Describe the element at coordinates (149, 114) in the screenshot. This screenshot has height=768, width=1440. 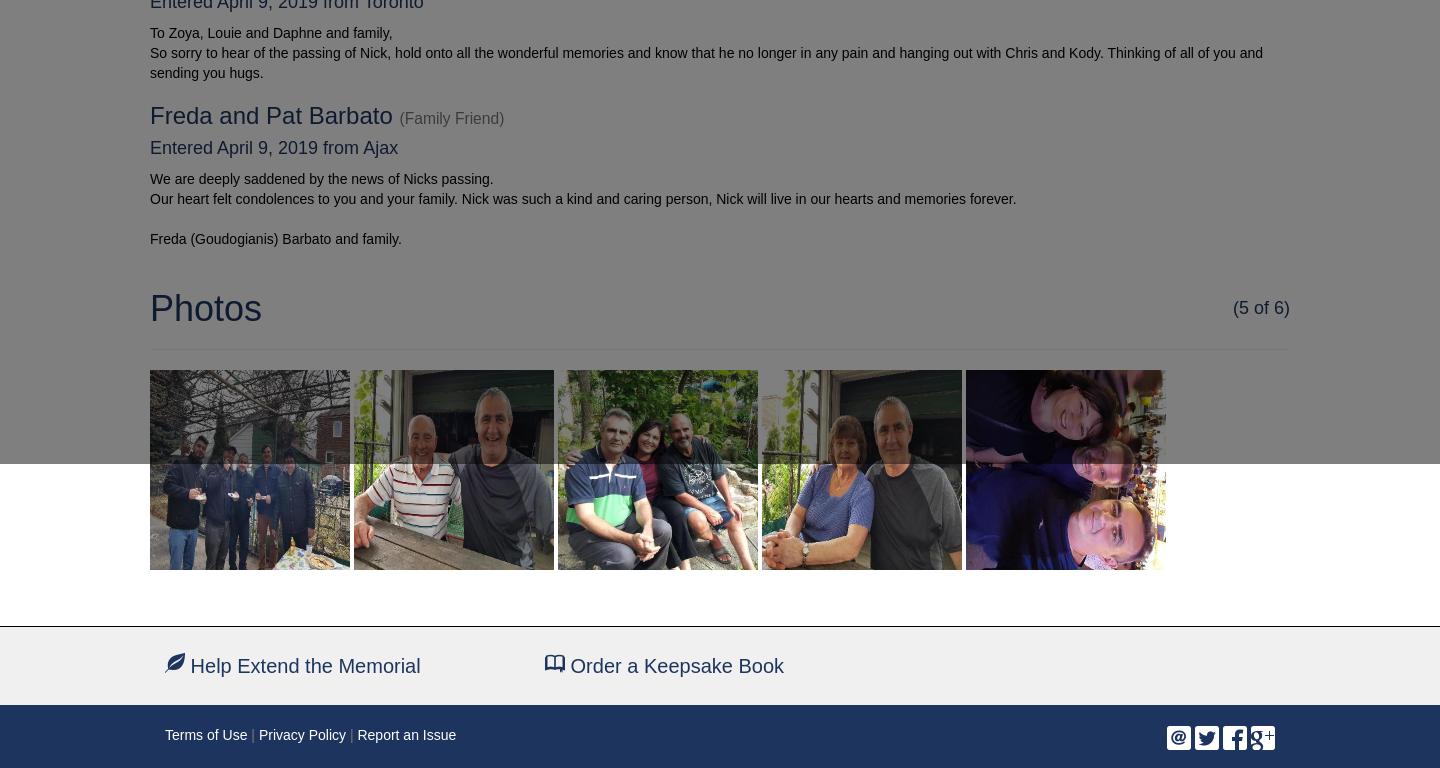
I see `'Freda and Pat Barbato'` at that location.